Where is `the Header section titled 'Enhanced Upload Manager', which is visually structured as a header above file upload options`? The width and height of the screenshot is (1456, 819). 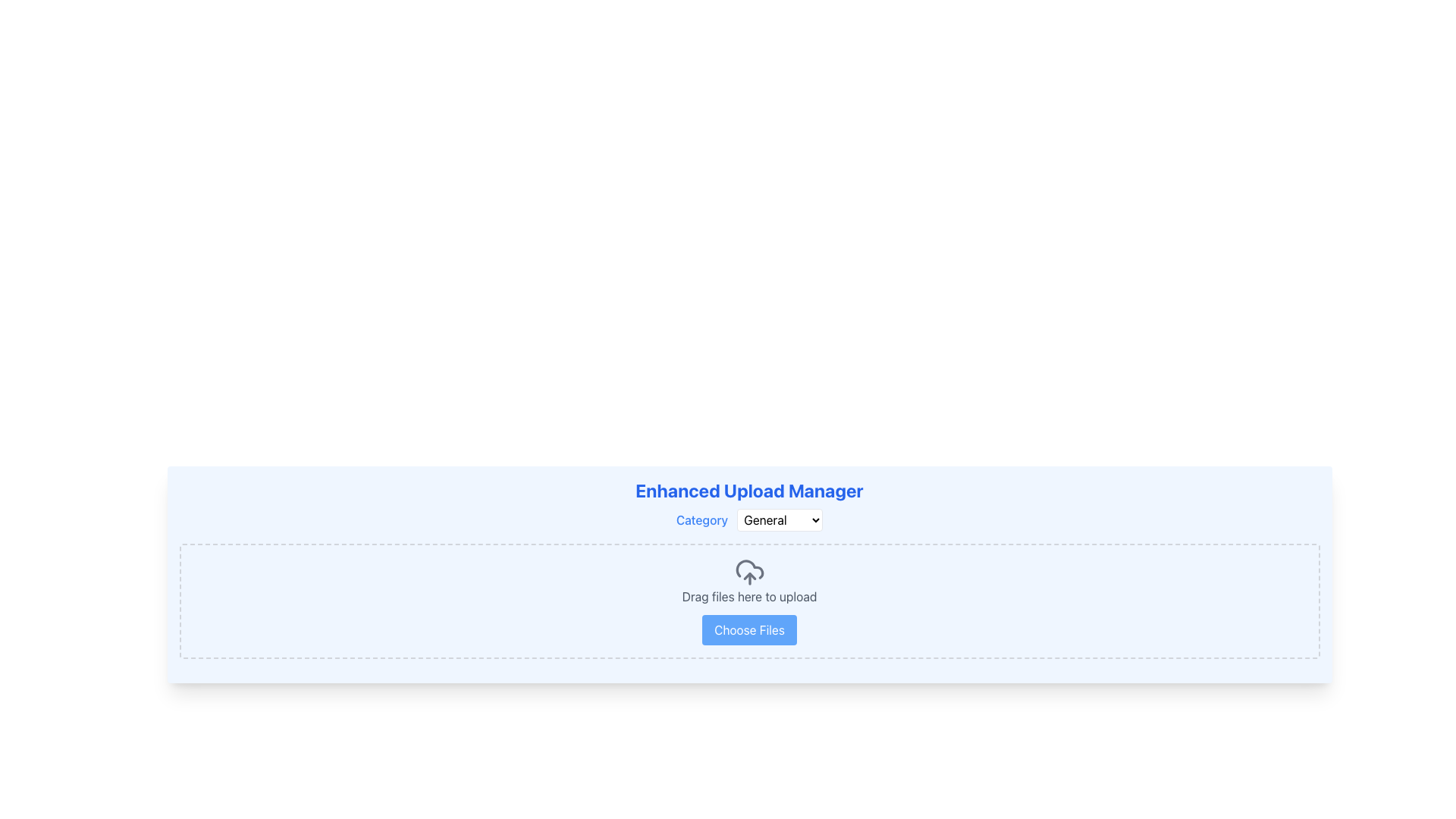 the Header section titled 'Enhanced Upload Manager', which is visually structured as a header above file upload options is located at coordinates (749, 505).